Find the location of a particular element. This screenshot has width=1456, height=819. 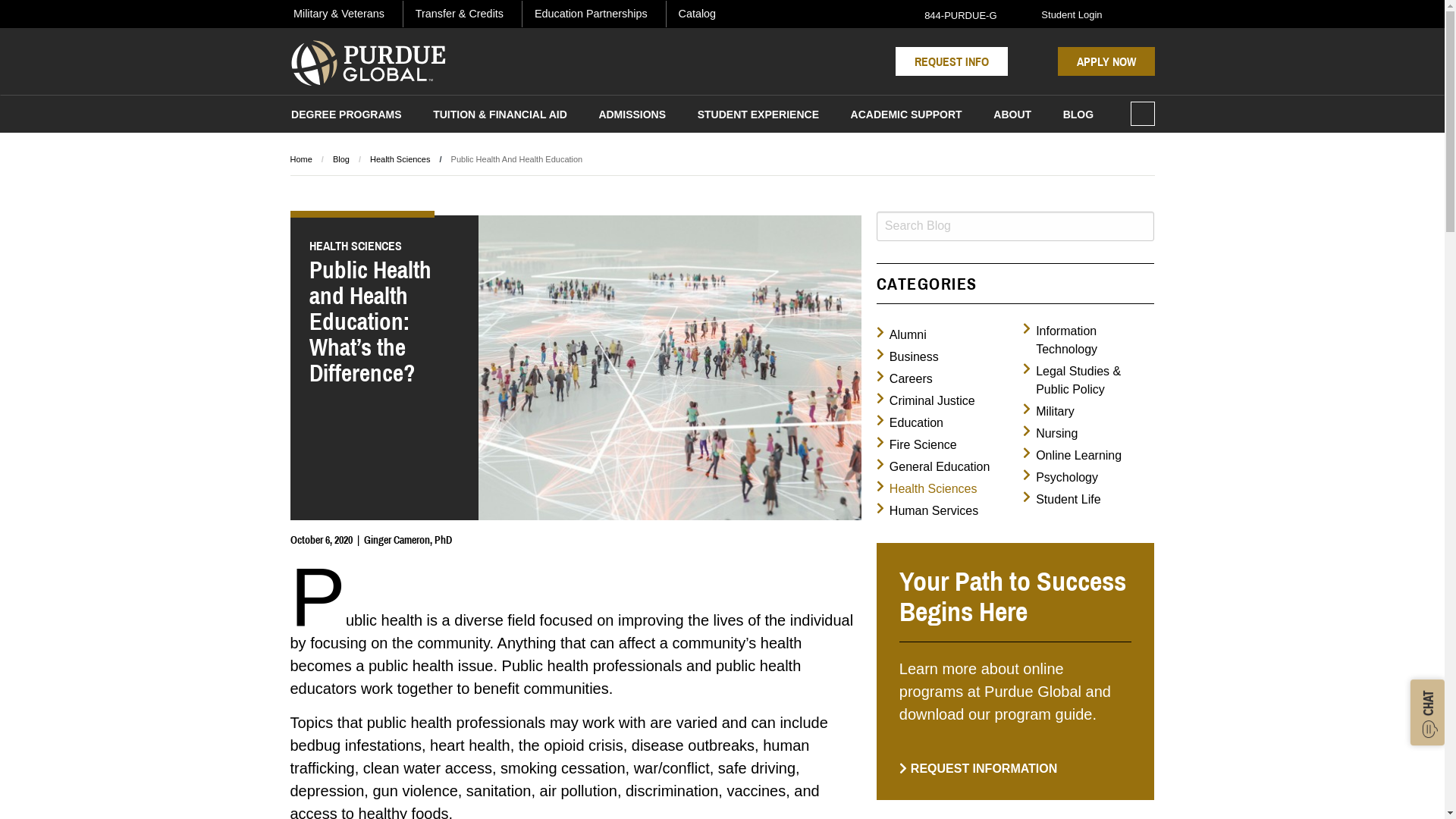

'Education' is located at coordinates (910, 423).